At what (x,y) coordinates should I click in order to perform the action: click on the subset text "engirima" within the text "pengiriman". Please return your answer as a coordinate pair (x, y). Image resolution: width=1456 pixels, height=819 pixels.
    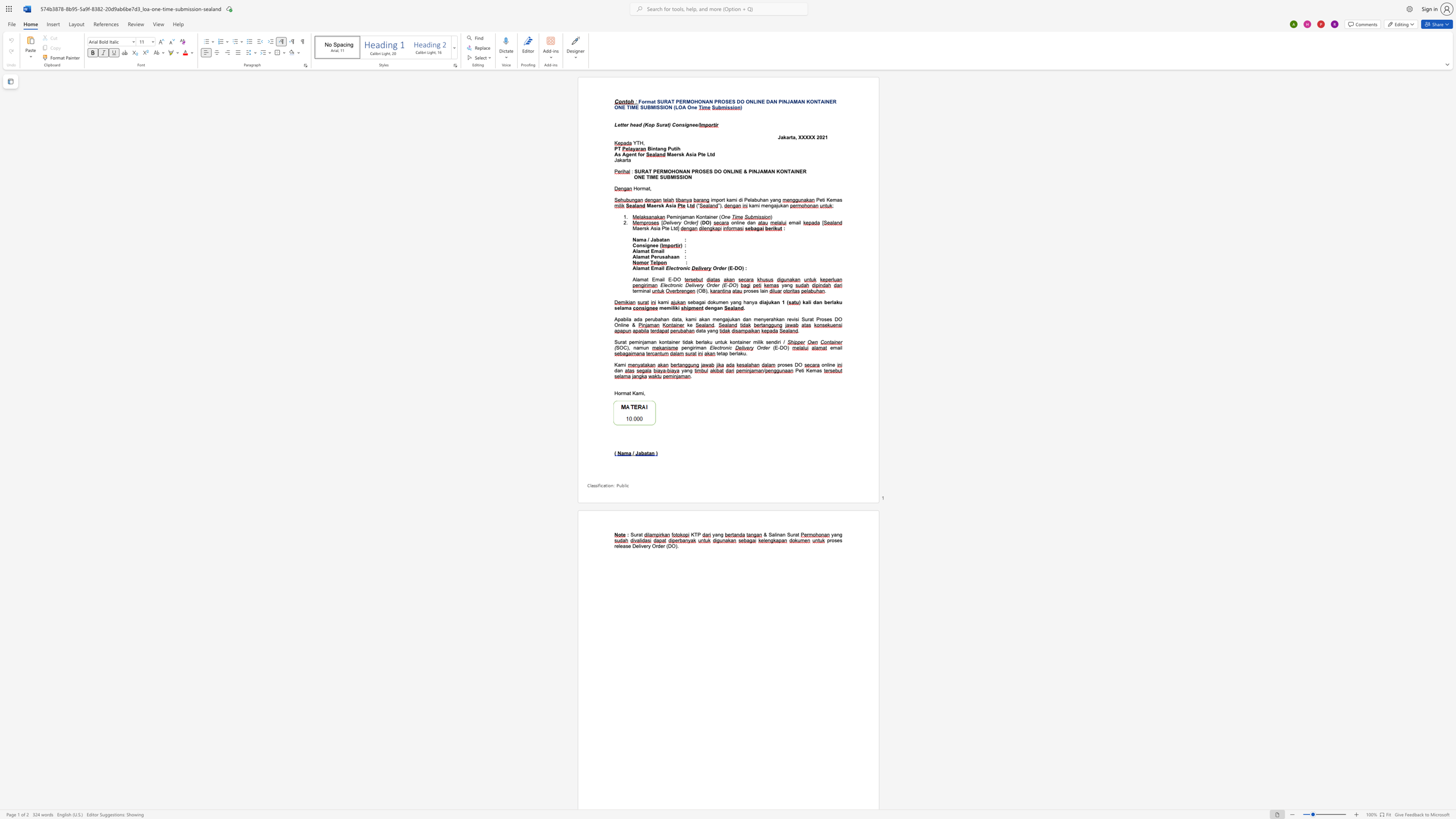
    Looking at the image, I should click on (684, 347).